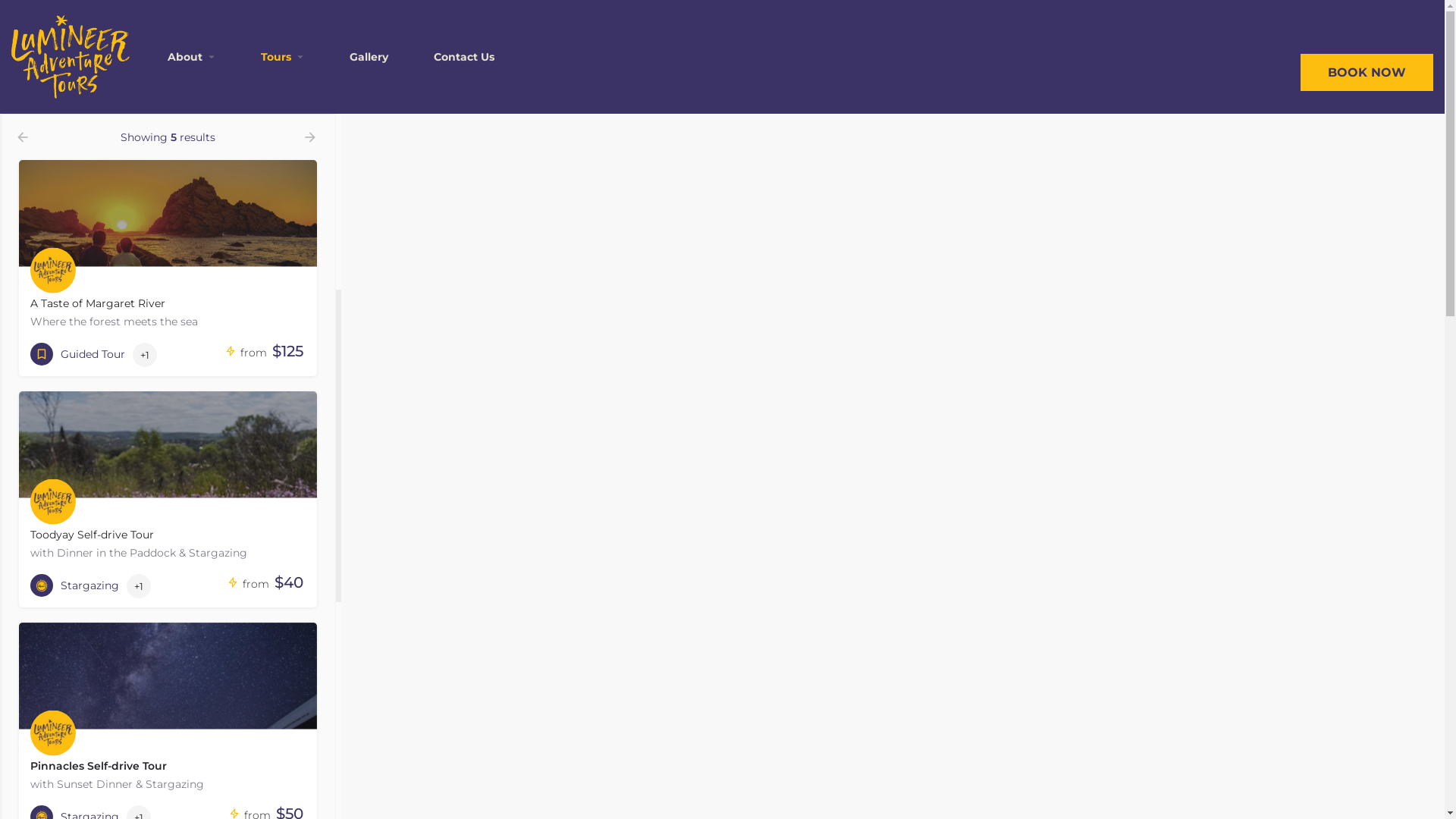 This screenshot has height=819, width=1456. I want to click on 'Reset Filters', so click(168, 73).